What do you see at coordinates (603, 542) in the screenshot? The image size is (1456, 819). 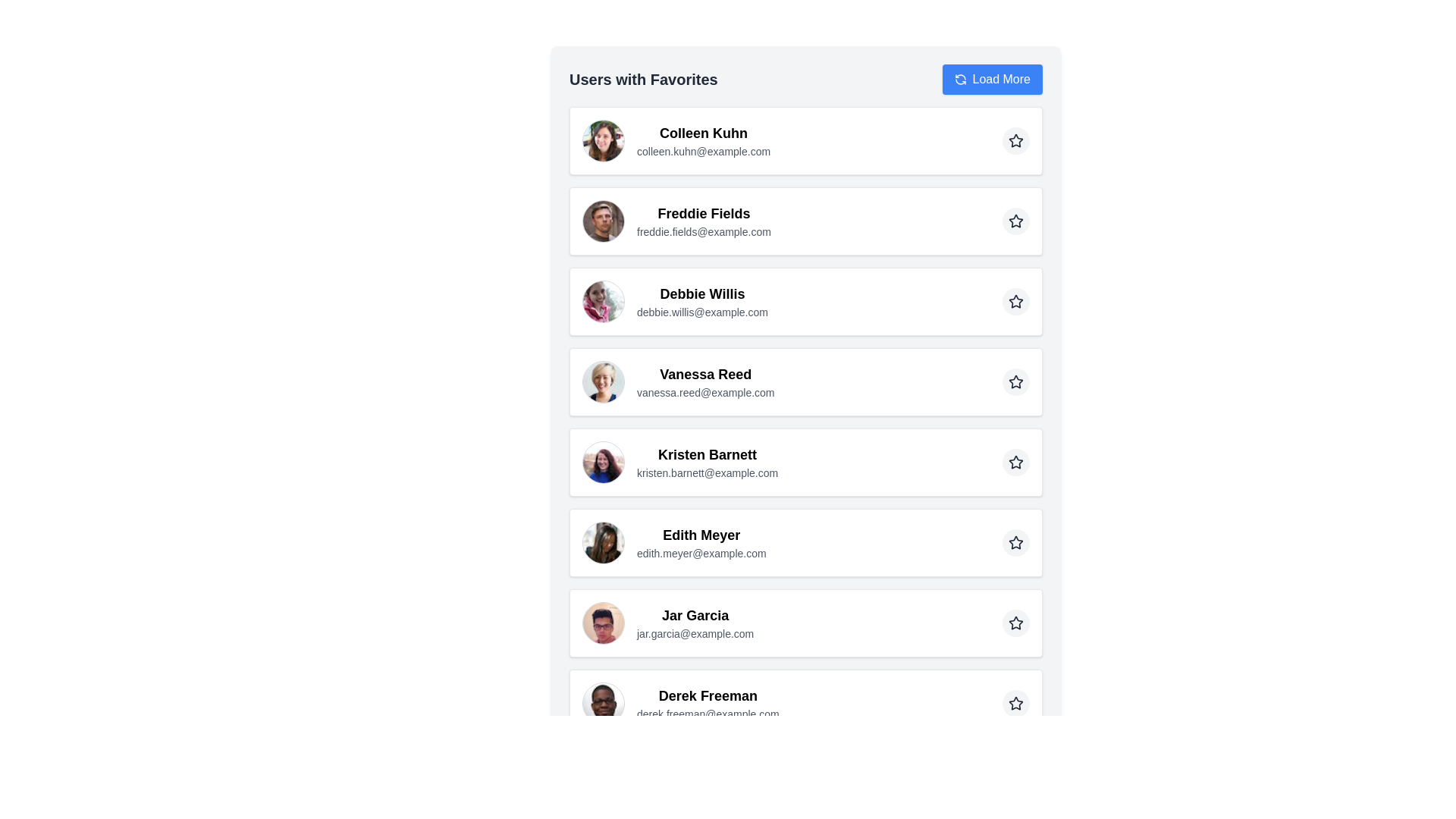 I see `the circular user profile image of 'Edith Meyer', which is the leftmost component of the sixth user card in a vertical list` at bounding box center [603, 542].